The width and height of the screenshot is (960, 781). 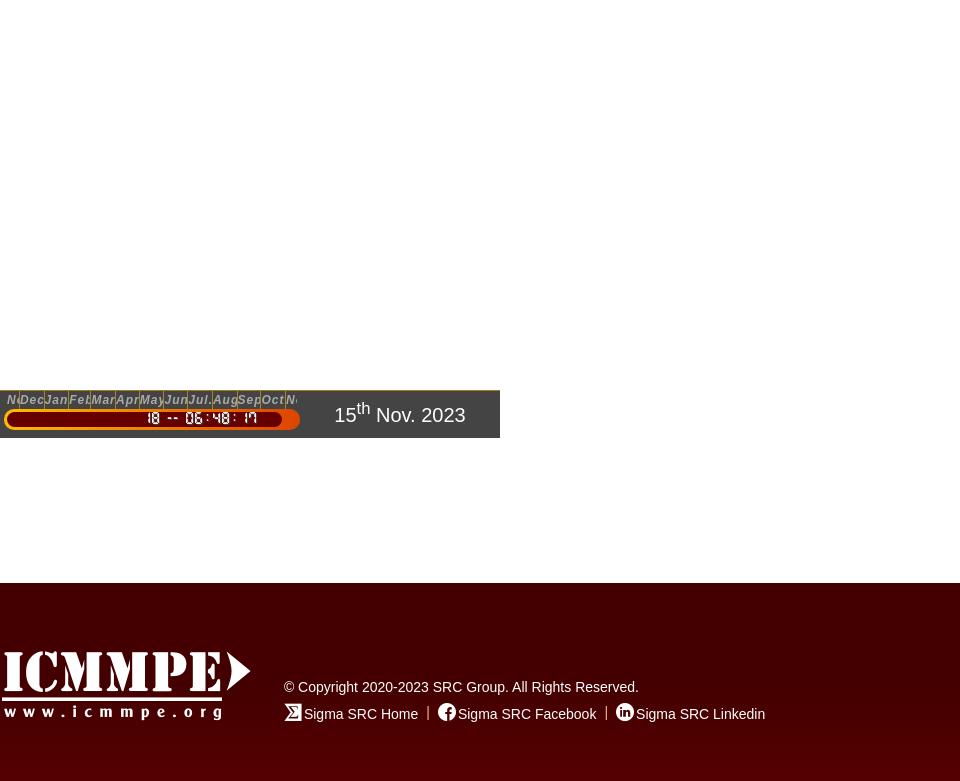 I want to click on 'Feb.', so click(x=69, y=399).